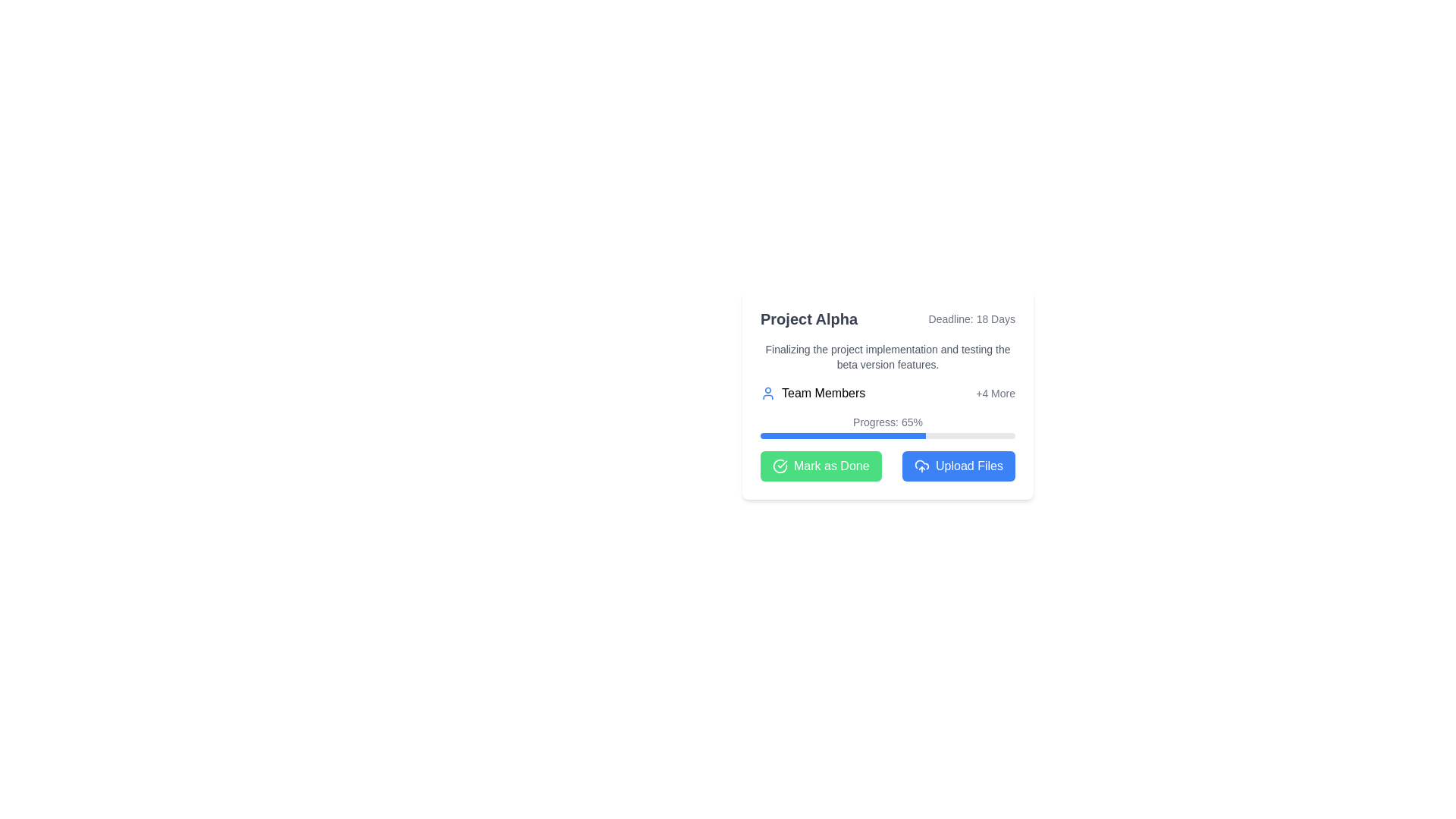 This screenshot has height=819, width=1456. What do you see at coordinates (820, 465) in the screenshot?
I see `the green rectangular button labeled 'Mark as Done' located below the 'Progress: 65%' text to mark the task as completed` at bounding box center [820, 465].